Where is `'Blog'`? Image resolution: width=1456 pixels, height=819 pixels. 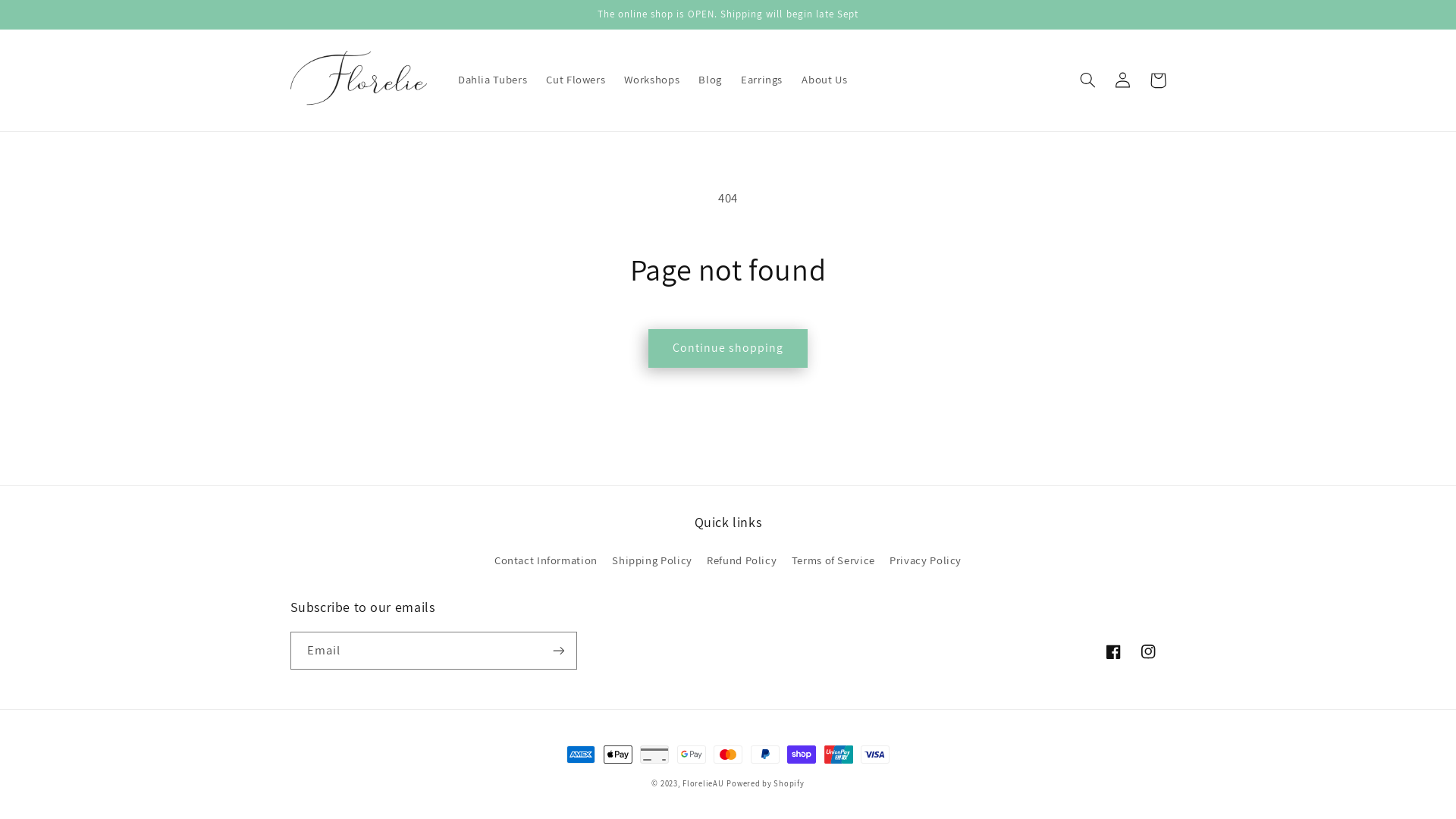 'Blog' is located at coordinates (709, 80).